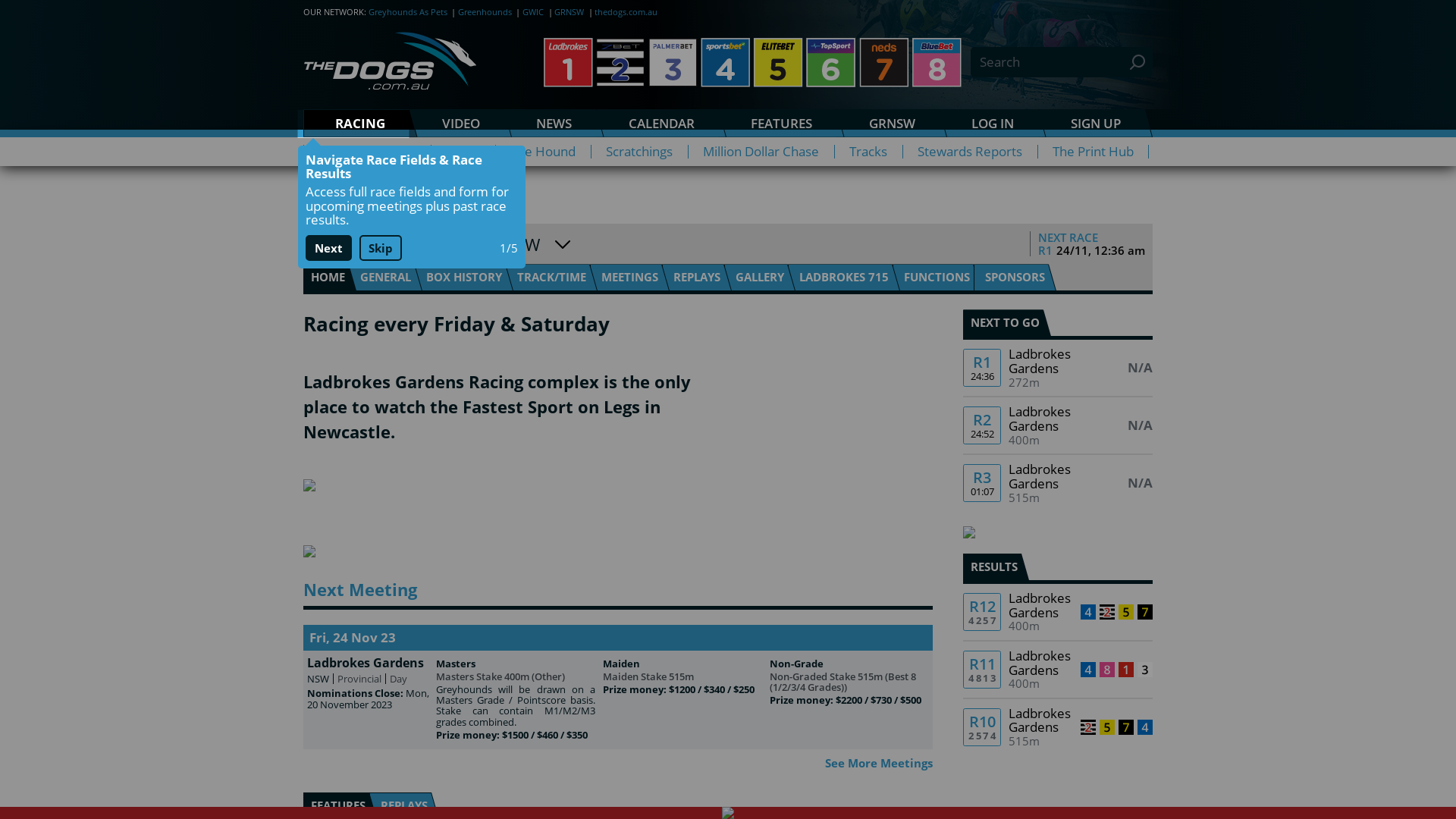 The width and height of the screenshot is (1456, 819). I want to click on 'Next', so click(327, 247).